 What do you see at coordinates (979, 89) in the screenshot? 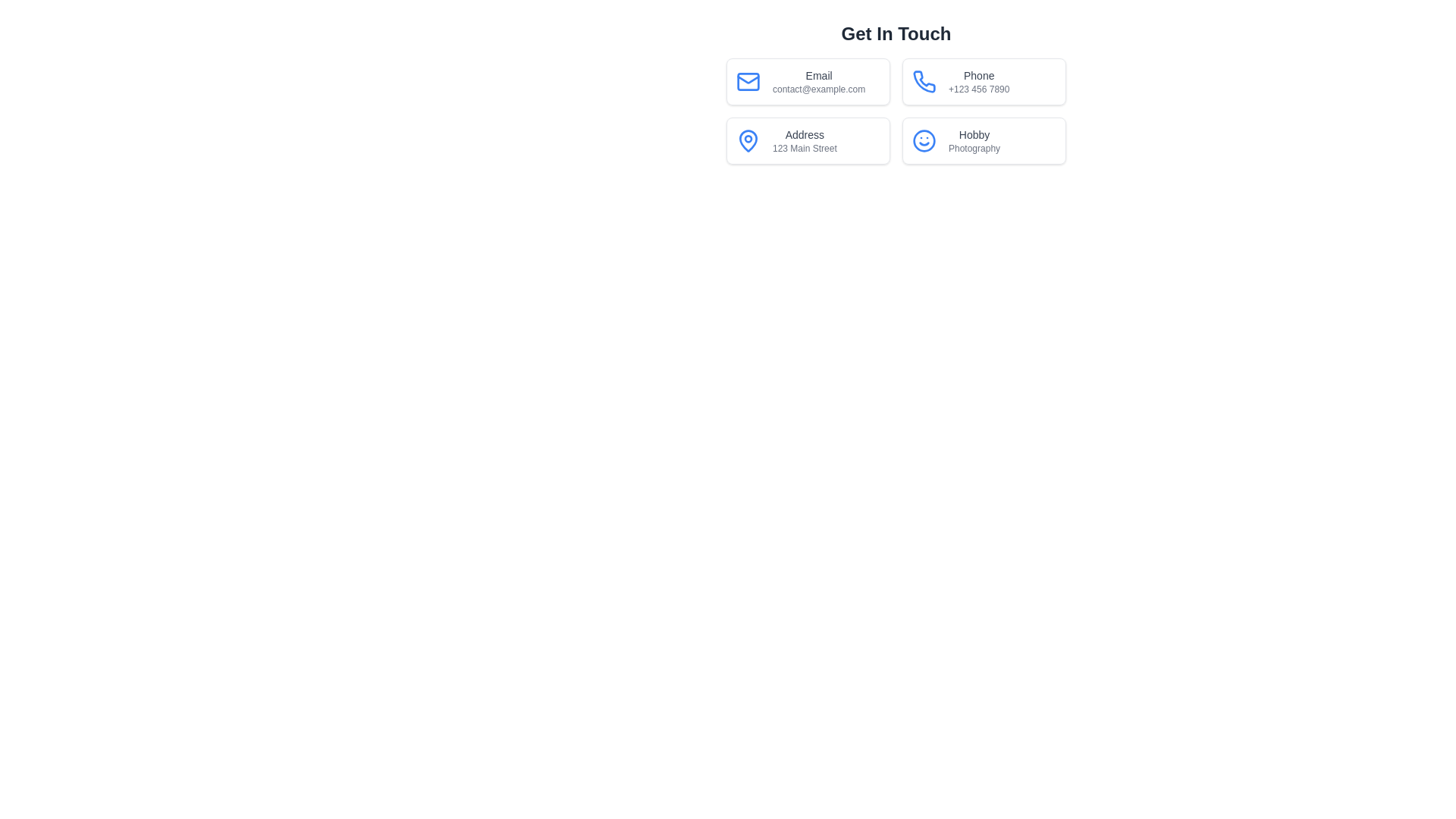
I see `phone number displayed in the top-right section of the grid layout, specifically below the 'Phone' label and next to the phone icon` at bounding box center [979, 89].